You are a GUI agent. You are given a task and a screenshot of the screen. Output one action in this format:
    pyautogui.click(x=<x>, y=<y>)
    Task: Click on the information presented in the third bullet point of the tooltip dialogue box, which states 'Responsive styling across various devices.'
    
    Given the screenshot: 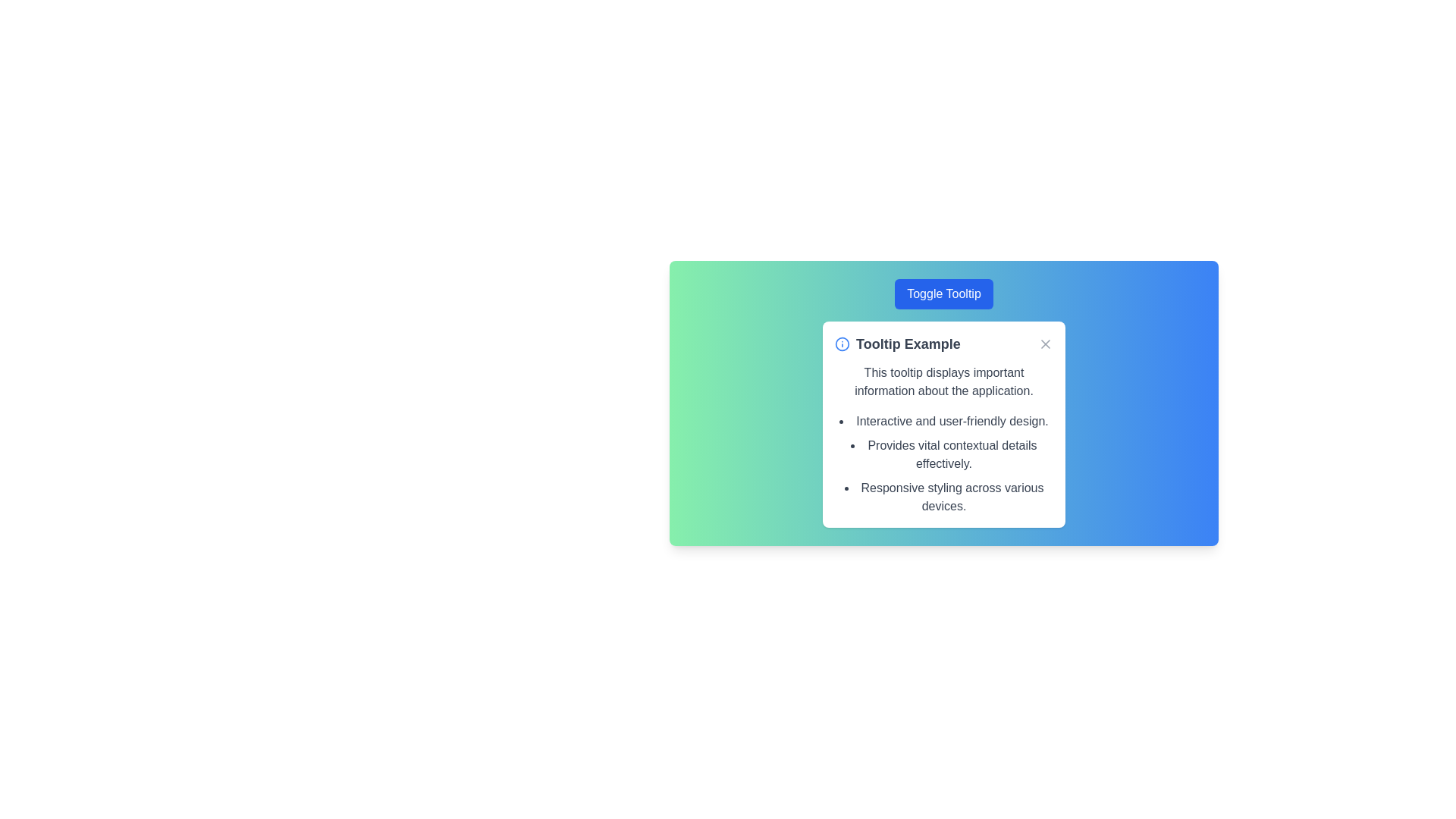 What is the action you would take?
    pyautogui.click(x=943, y=497)
    